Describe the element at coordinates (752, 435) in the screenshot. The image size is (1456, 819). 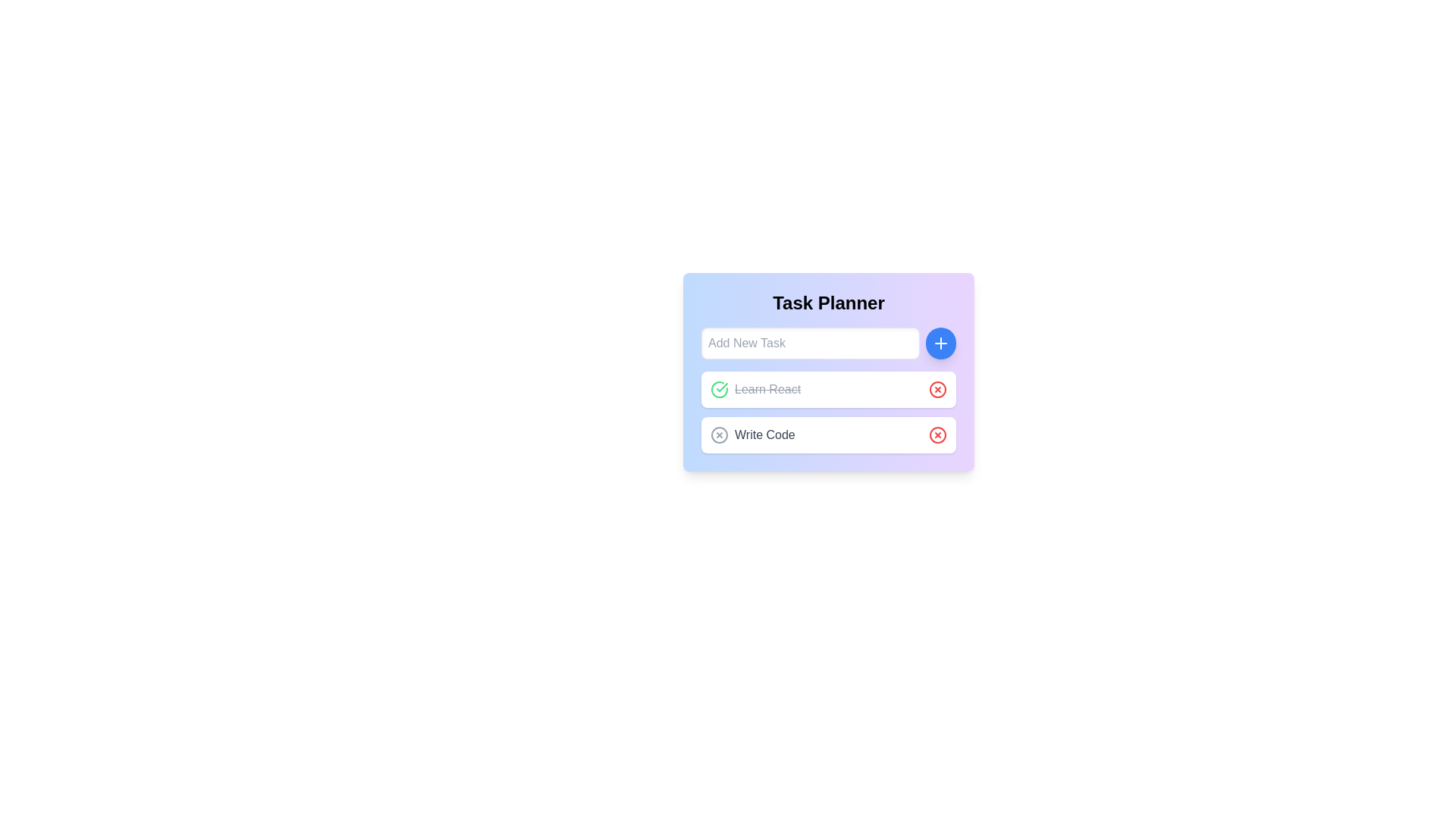
I see `the left icon of the task item titled 'Write Code'` at that location.